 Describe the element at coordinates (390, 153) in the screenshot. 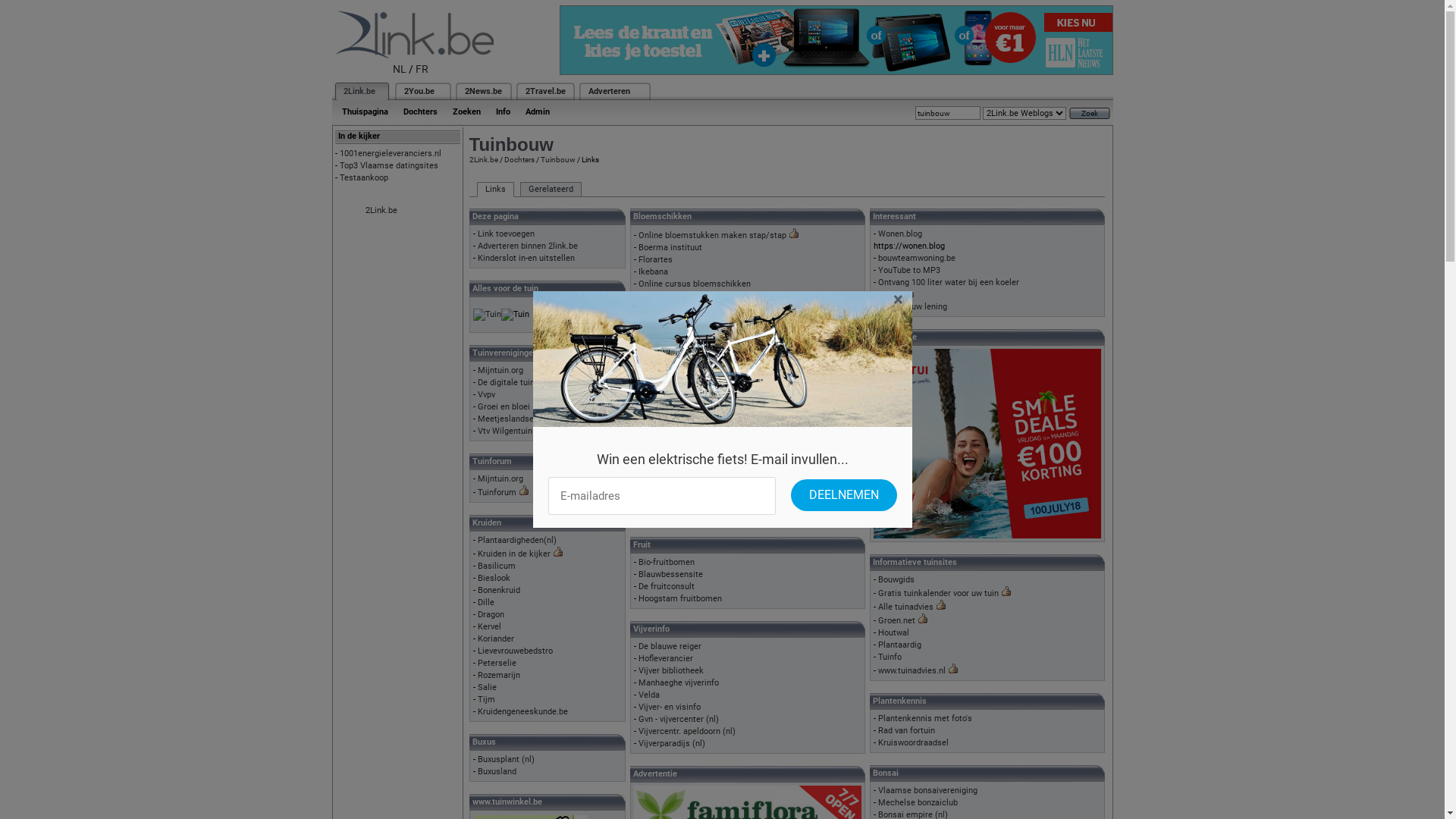

I see `'1001energieleveranciers.nl'` at that location.